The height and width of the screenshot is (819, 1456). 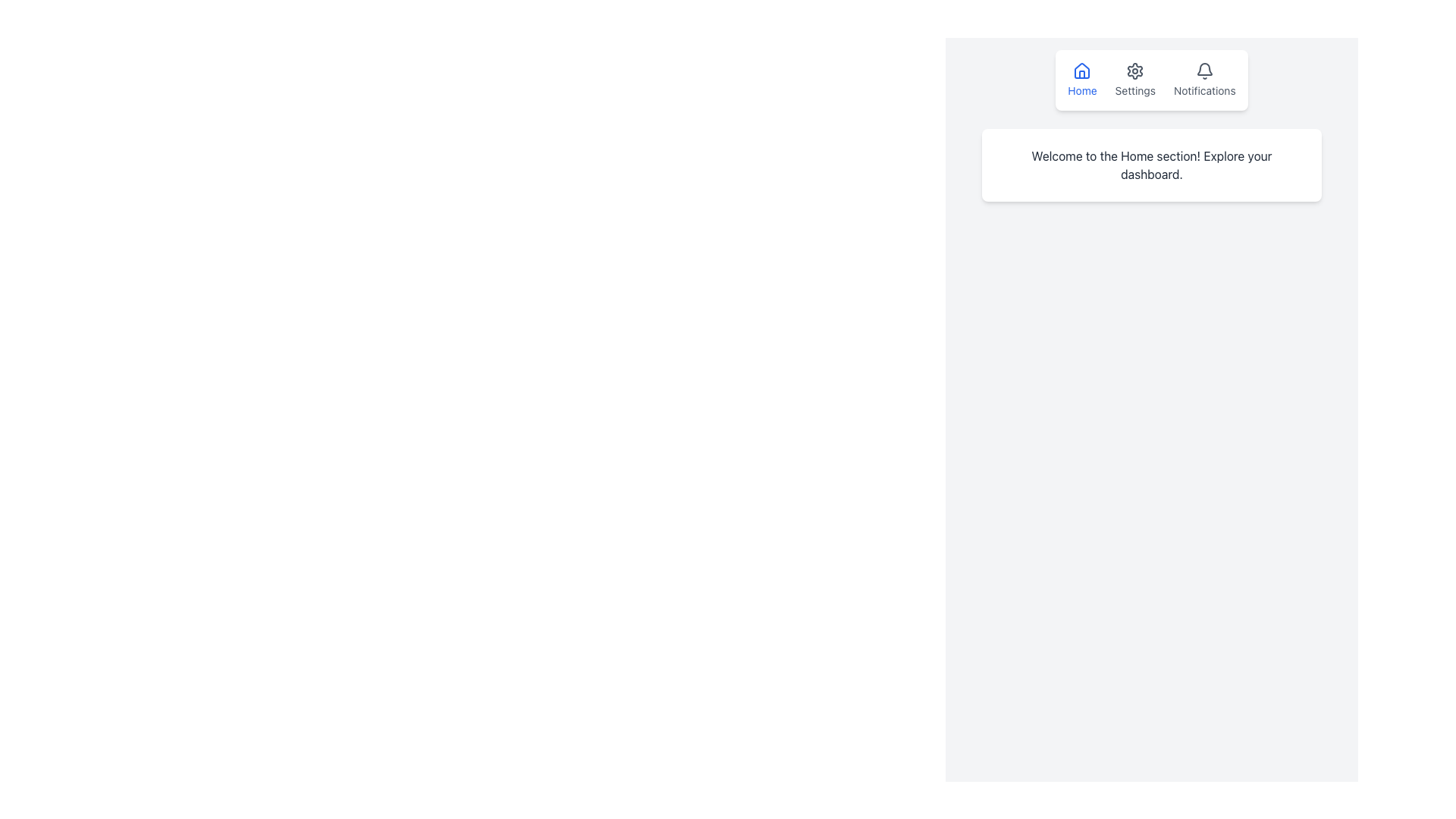 What do you see at coordinates (1203, 80) in the screenshot?
I see `the 'Notifications' navigation button, which is the third item in the horizontal navigation bar` at bounding box center [1203, 80].